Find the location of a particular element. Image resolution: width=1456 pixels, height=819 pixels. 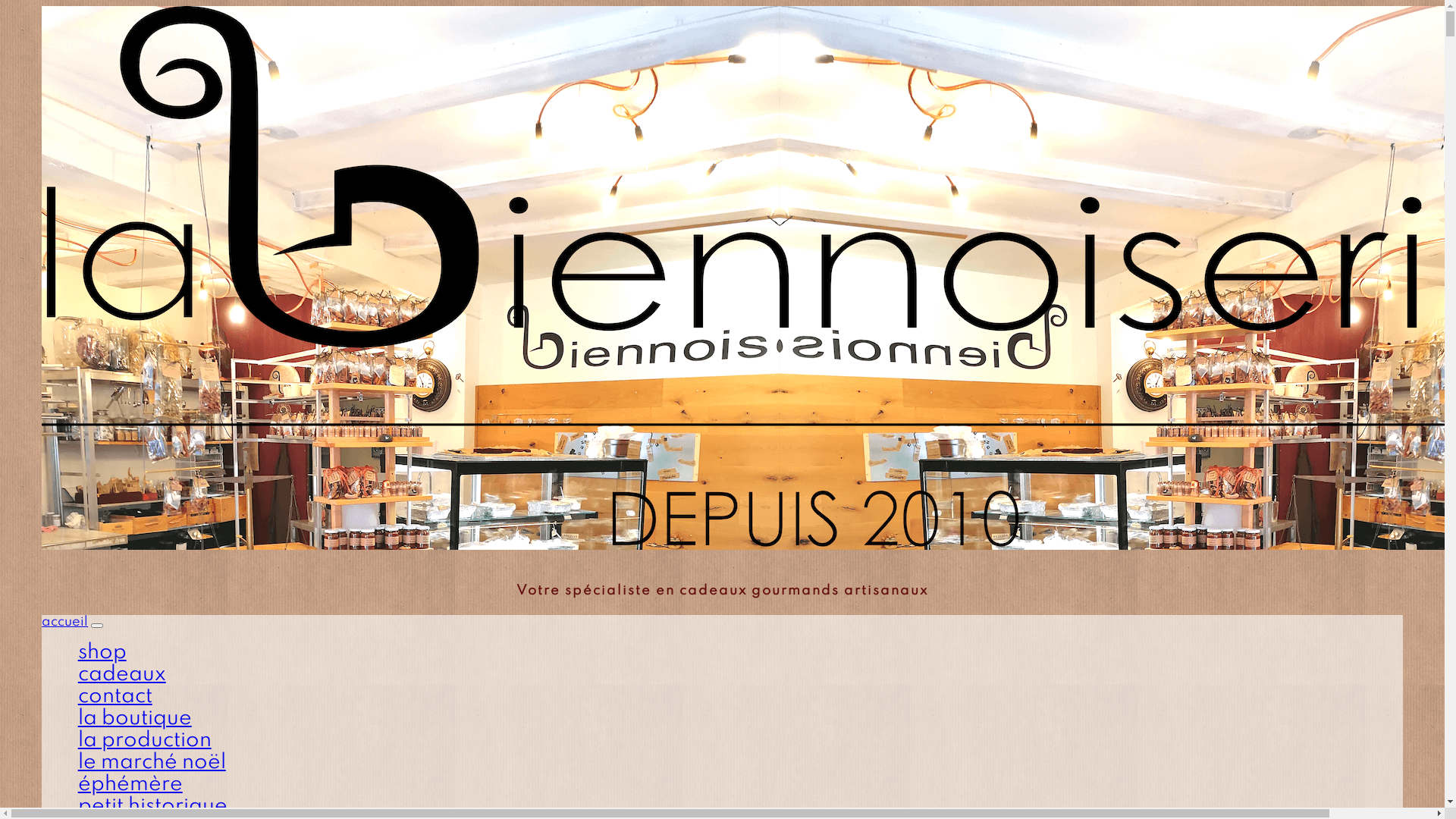

'accueil' is located at coordinates (64, 622).